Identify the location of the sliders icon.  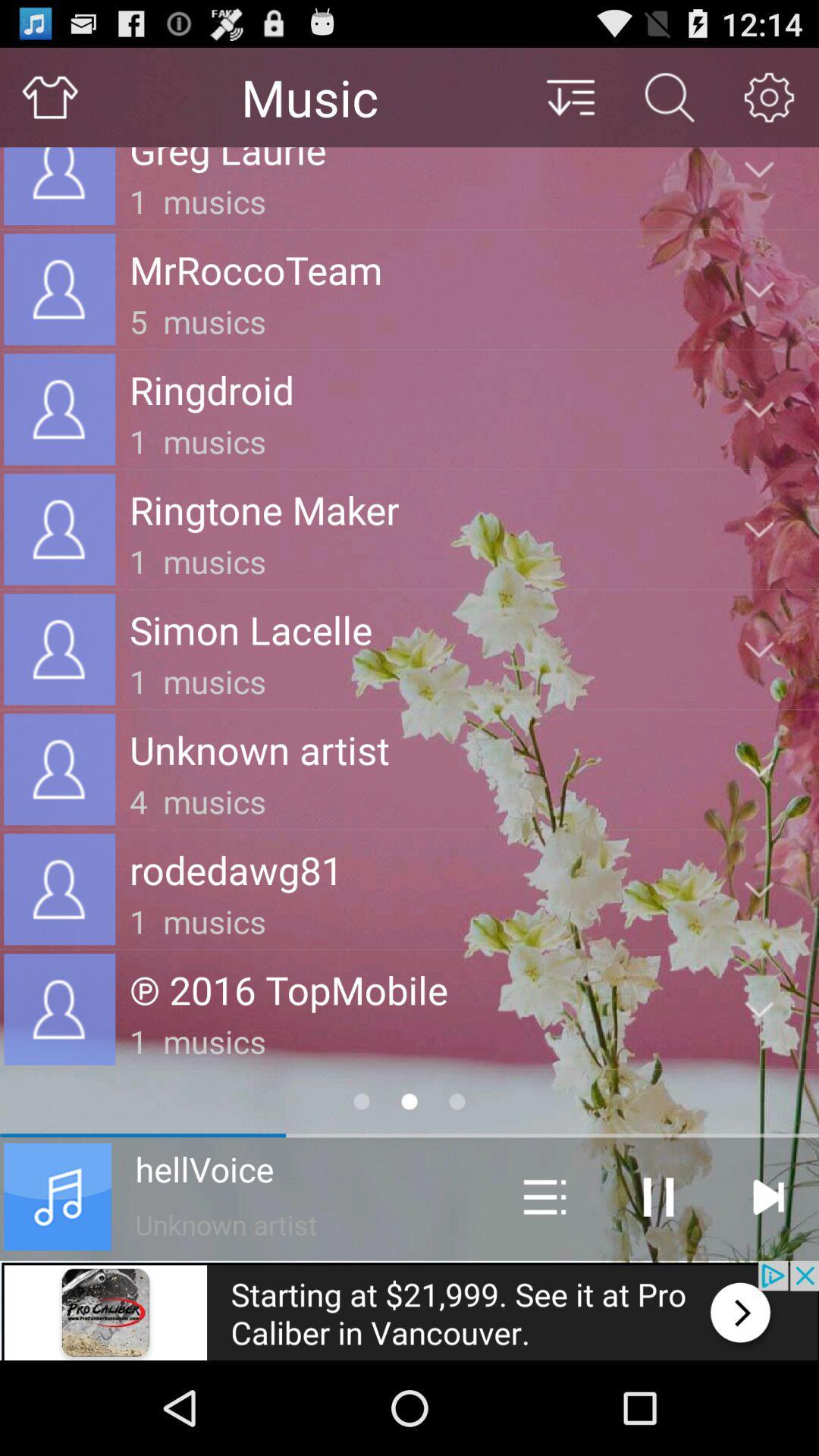
(544, 1280).